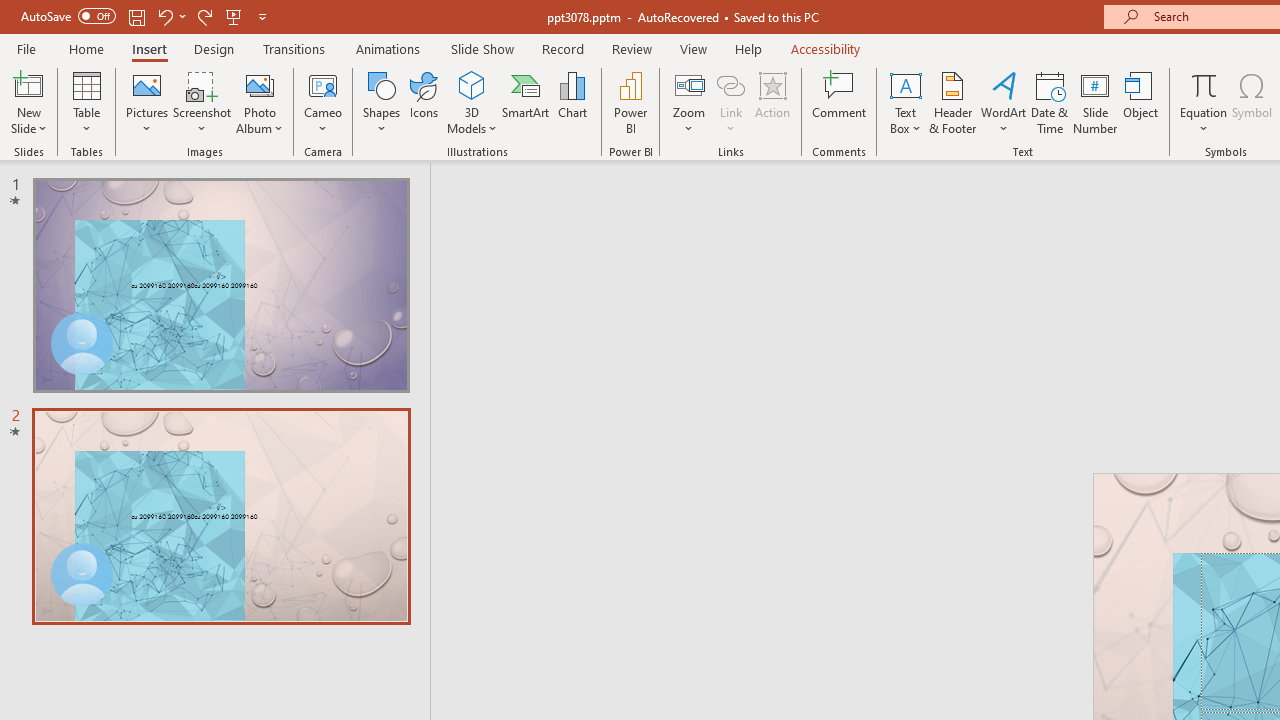  Describe the element at coordinates (839, 103) in the screenshot. I see `'Comment'` at that location.